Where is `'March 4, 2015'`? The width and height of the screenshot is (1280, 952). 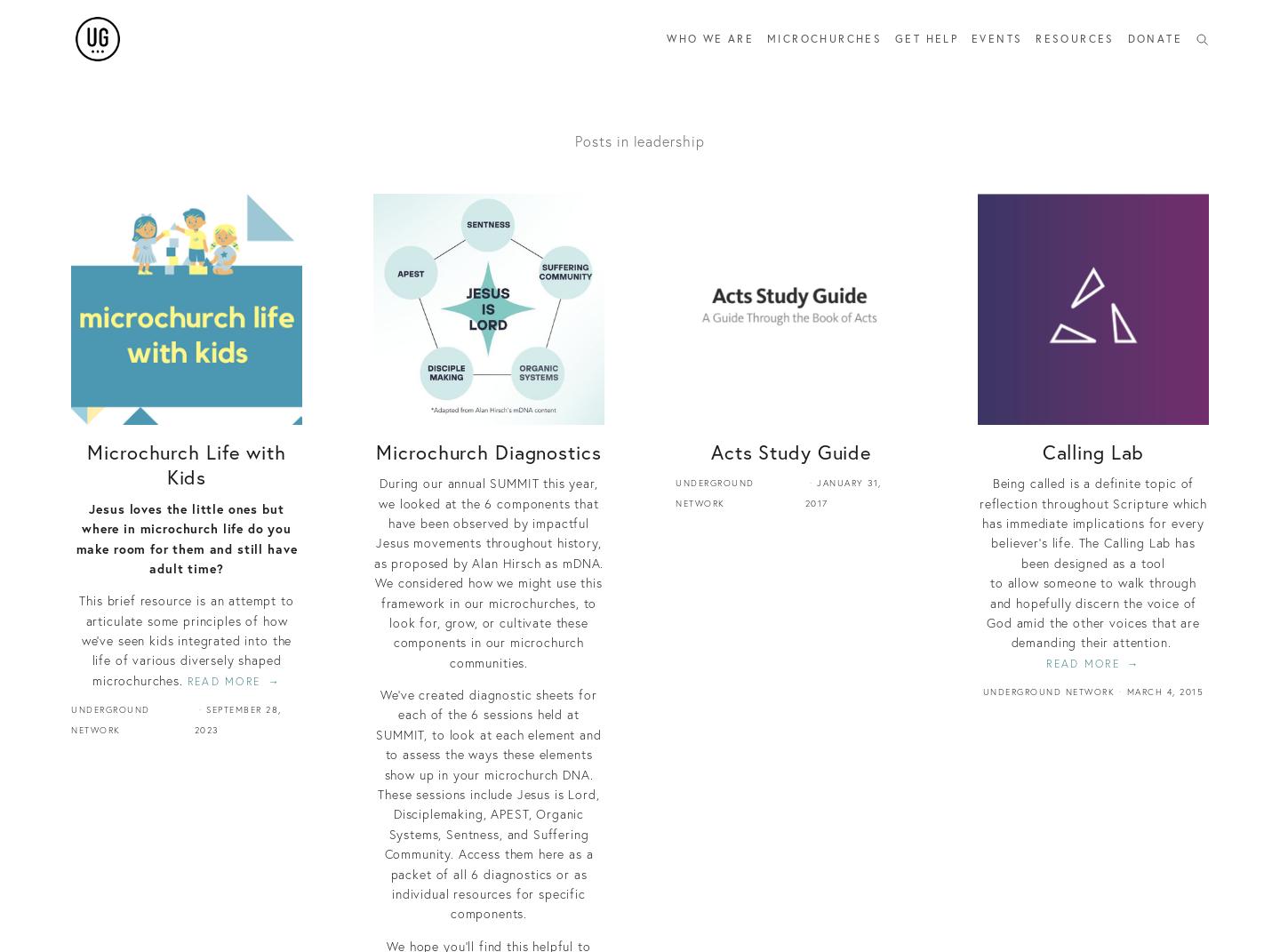 'March 4, 2015' is located at coordinates (1126, 691).